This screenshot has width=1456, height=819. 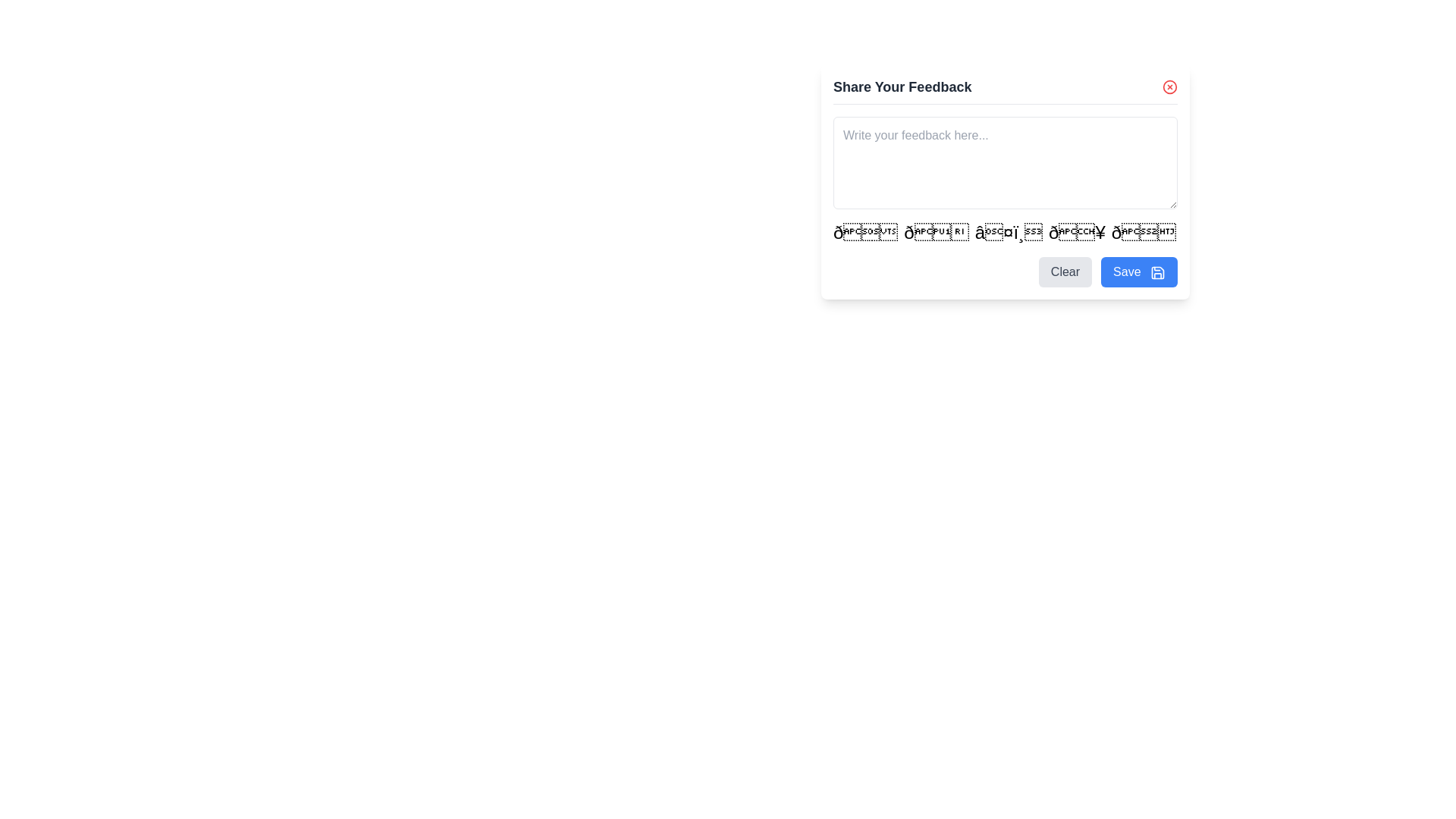 What do you see at coordinates (1009, 233) in the screenshot?
I see `the interactive icon for expressing appreciation, located in the third position of a horizontal arrangement of five icons near the bottom-right corner of the feedback panel` at bounding box center [1009, 233].